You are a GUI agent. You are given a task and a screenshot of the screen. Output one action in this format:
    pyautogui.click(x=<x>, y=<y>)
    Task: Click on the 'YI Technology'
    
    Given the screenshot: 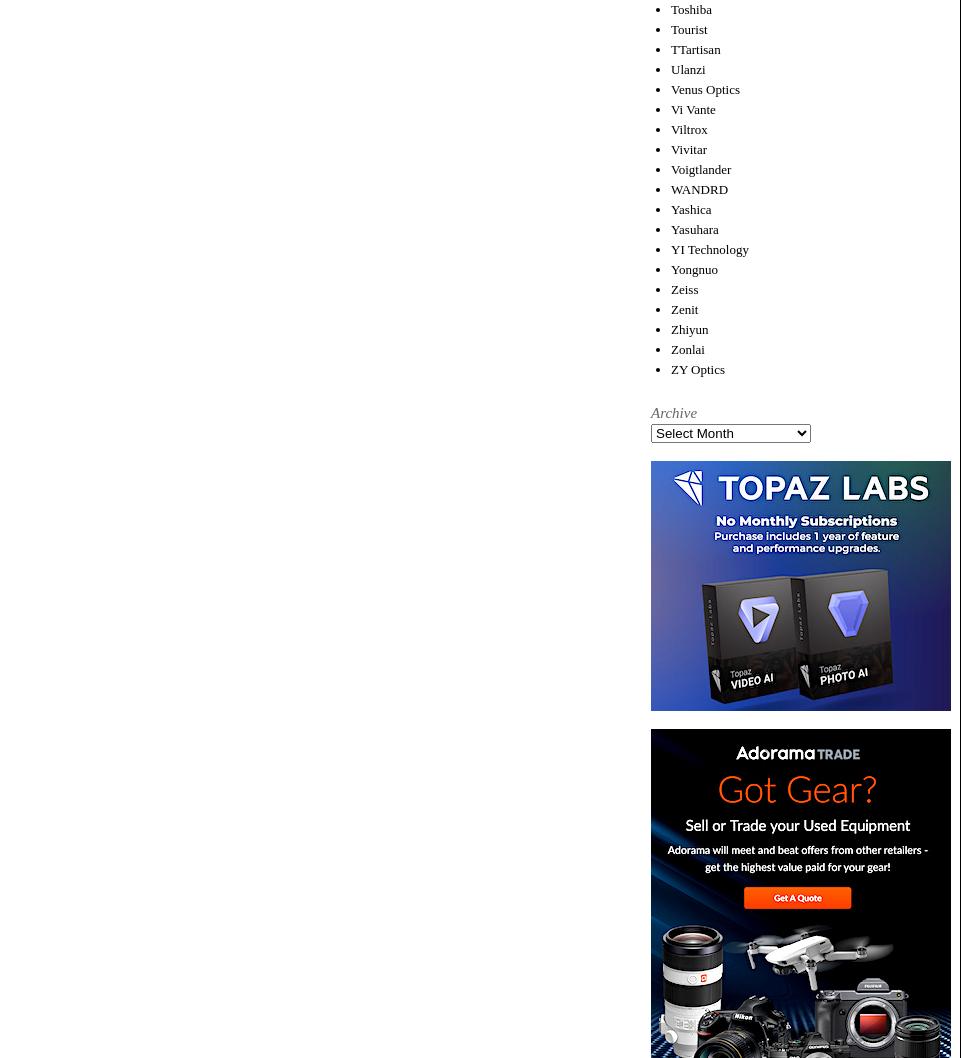 What is the action you would take?
    pyautogui.click(x=709, y=248)
    